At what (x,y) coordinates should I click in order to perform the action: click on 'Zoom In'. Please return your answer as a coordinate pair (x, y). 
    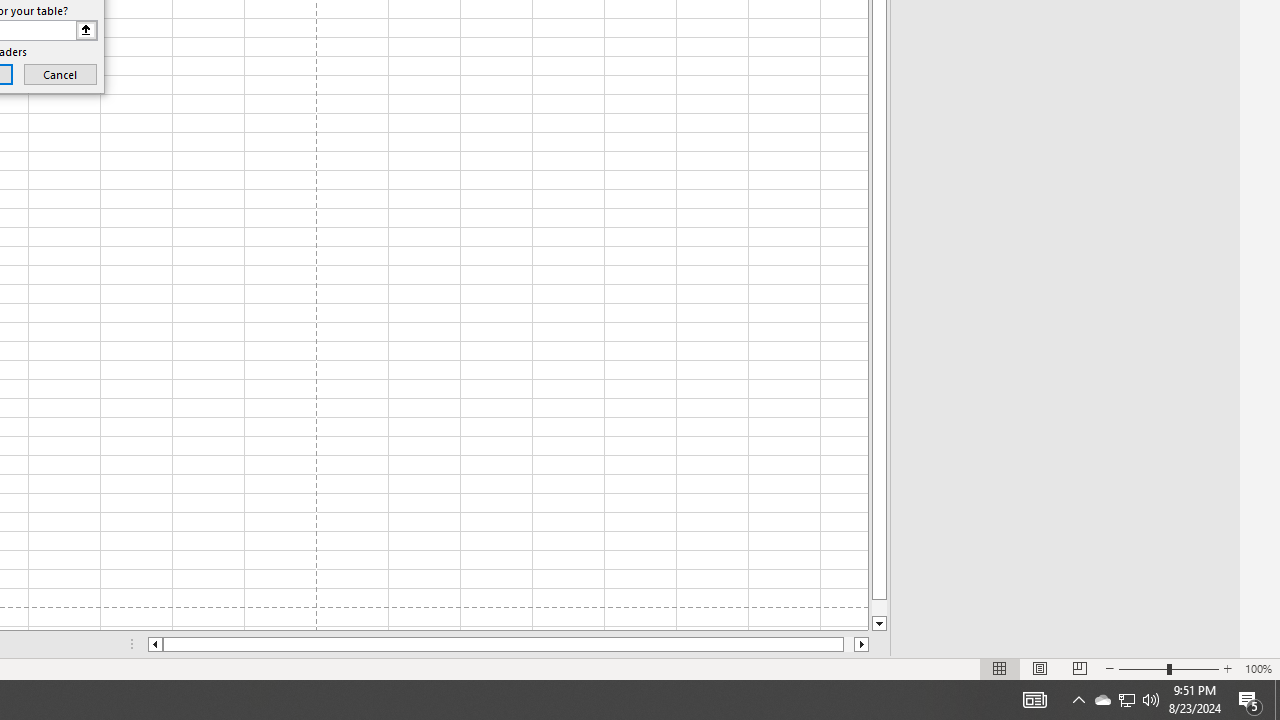
    Looking at the image, I should click on (1226, 669).